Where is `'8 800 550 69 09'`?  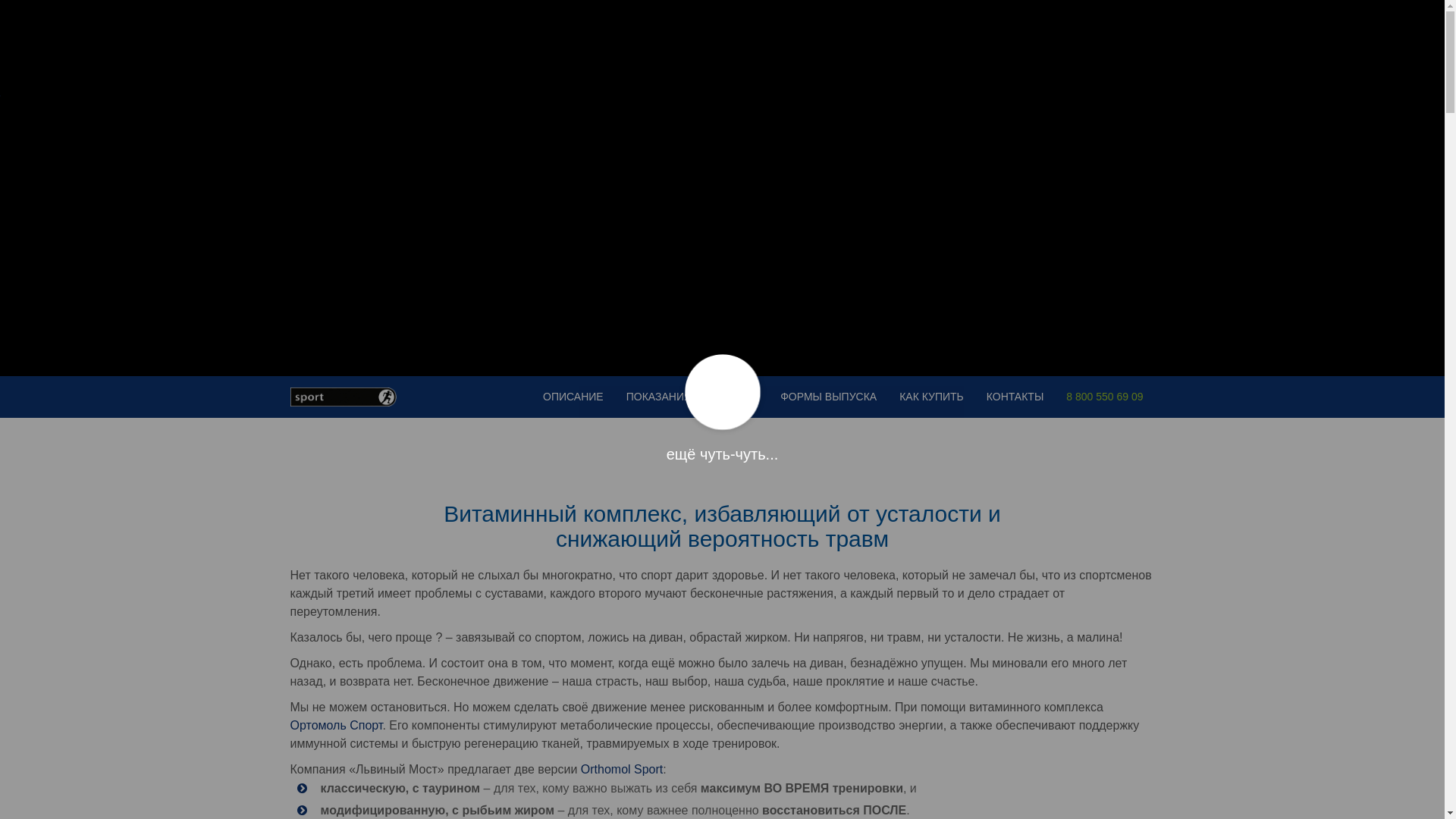
'8 800 550 69 09' is located at coordinates (1104, 396).